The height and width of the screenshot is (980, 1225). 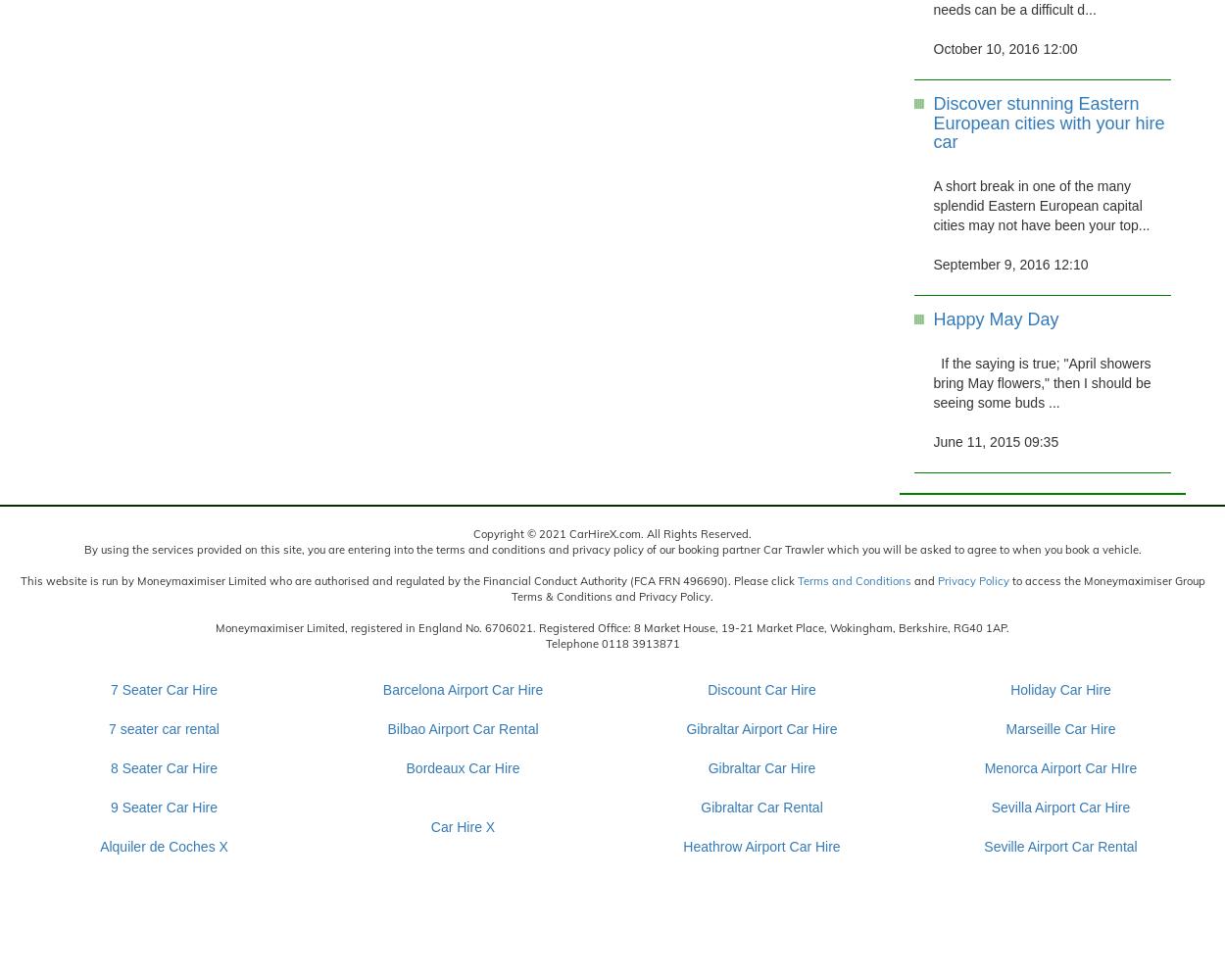 I want to click on 'Seville Airport Car Rental', so click(x=1059, y=845).